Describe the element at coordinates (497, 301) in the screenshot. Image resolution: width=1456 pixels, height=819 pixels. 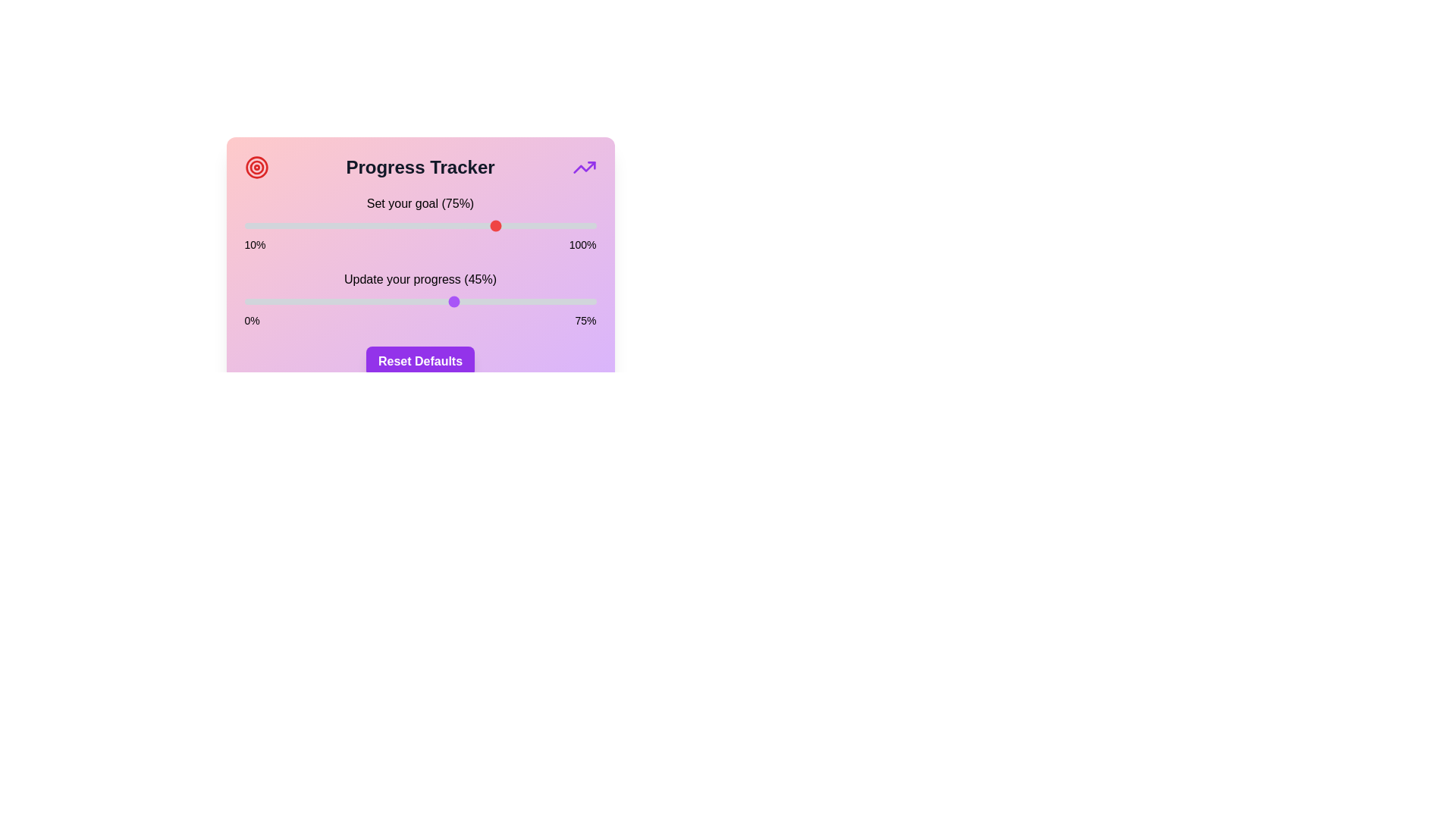
I see `the 'Update your progress' slider to set the progress to 54%` at that location.